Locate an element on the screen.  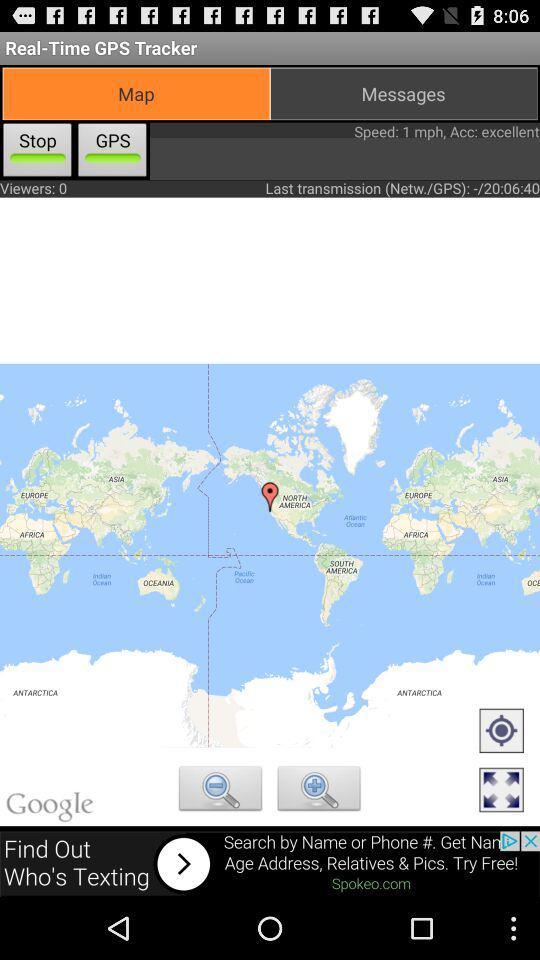
click the zoom-in option is located at coordinates (319, 791).